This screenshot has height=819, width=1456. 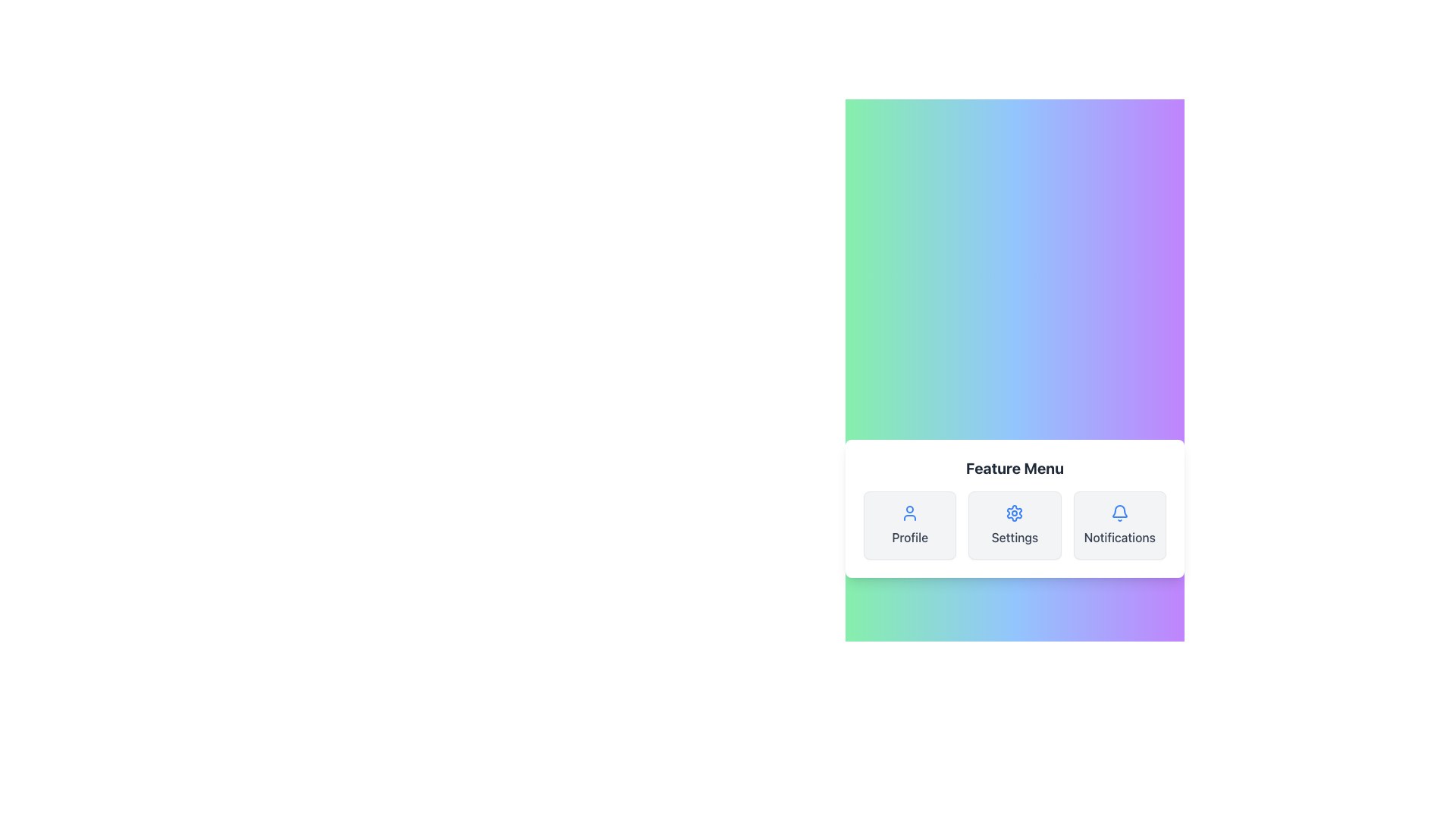 I want to click on the text label that describes the user profile functionality, located under the user profile icon, within a card that has rounded corners and a light gray background, so click(x=910, y=537).